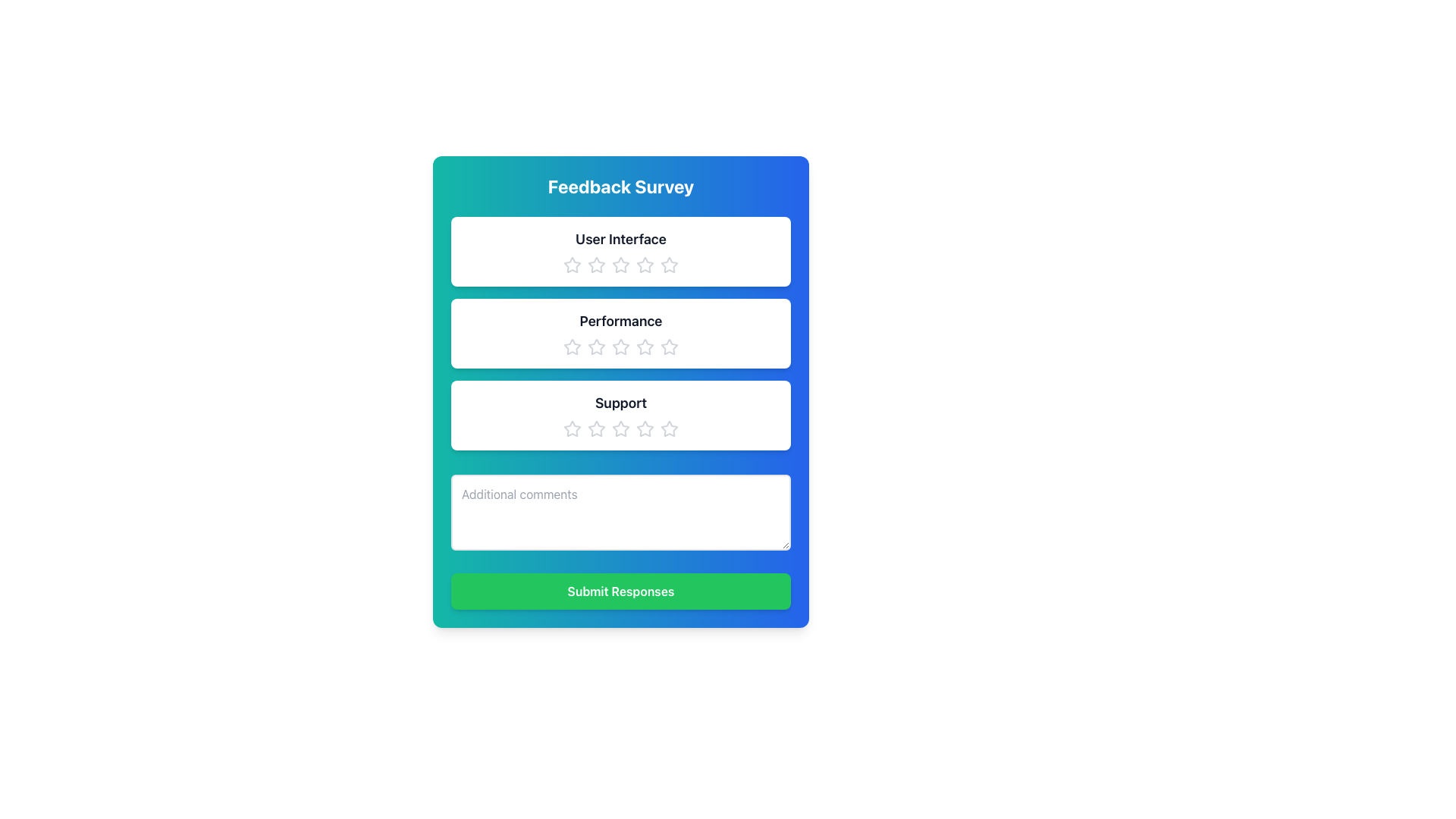 This screenshot has width=1456, height=819. I want to click on the second star in the five-star rating bar under the 'User Interface' feedback section, so click(669, 264).